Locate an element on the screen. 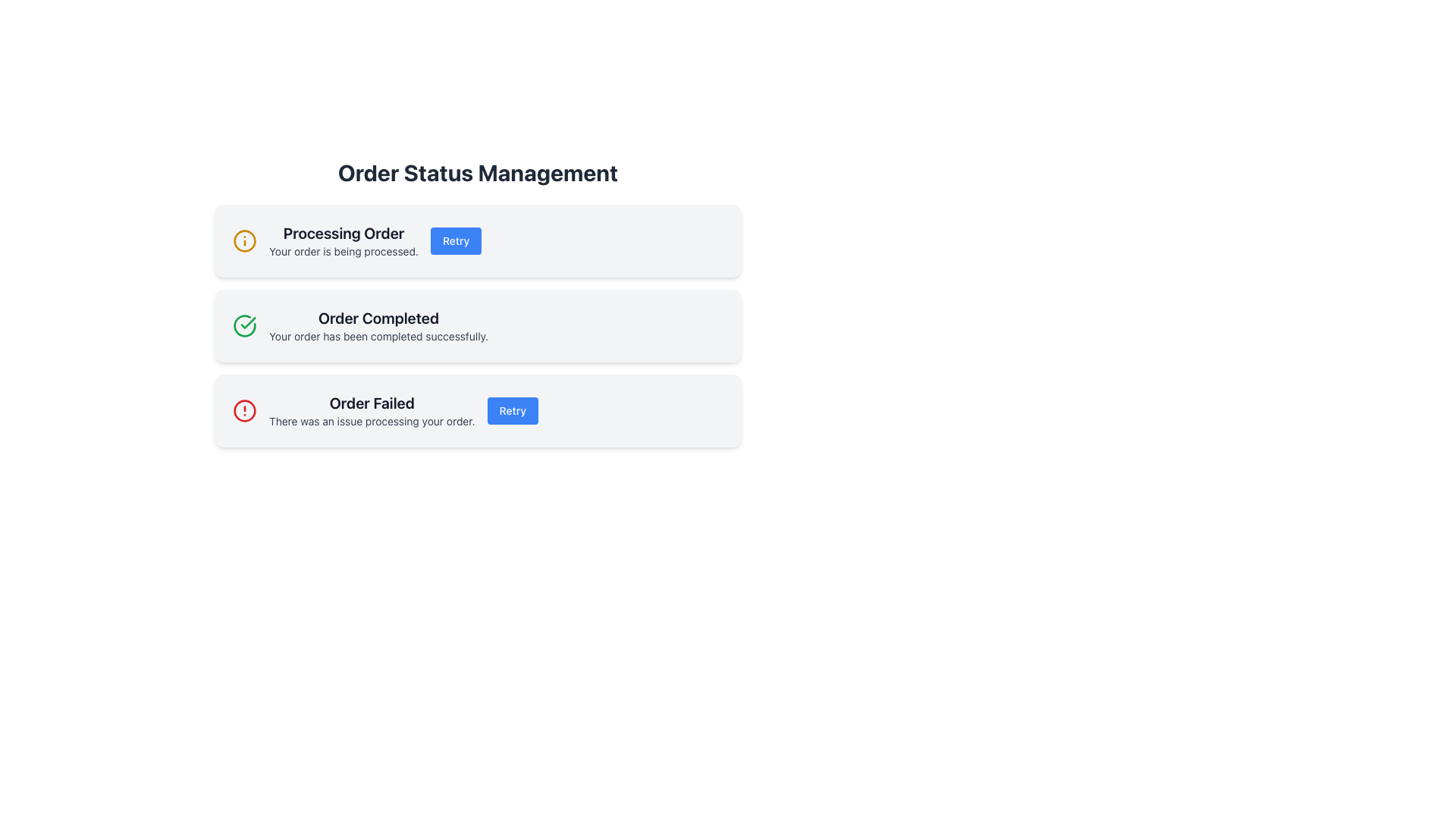 This screenshot has height=819, width=1456. the status heading text label that indicates the current processing status of an order, which is located at the top of the first status item in a vertical list is located at coordinates (343, 234).